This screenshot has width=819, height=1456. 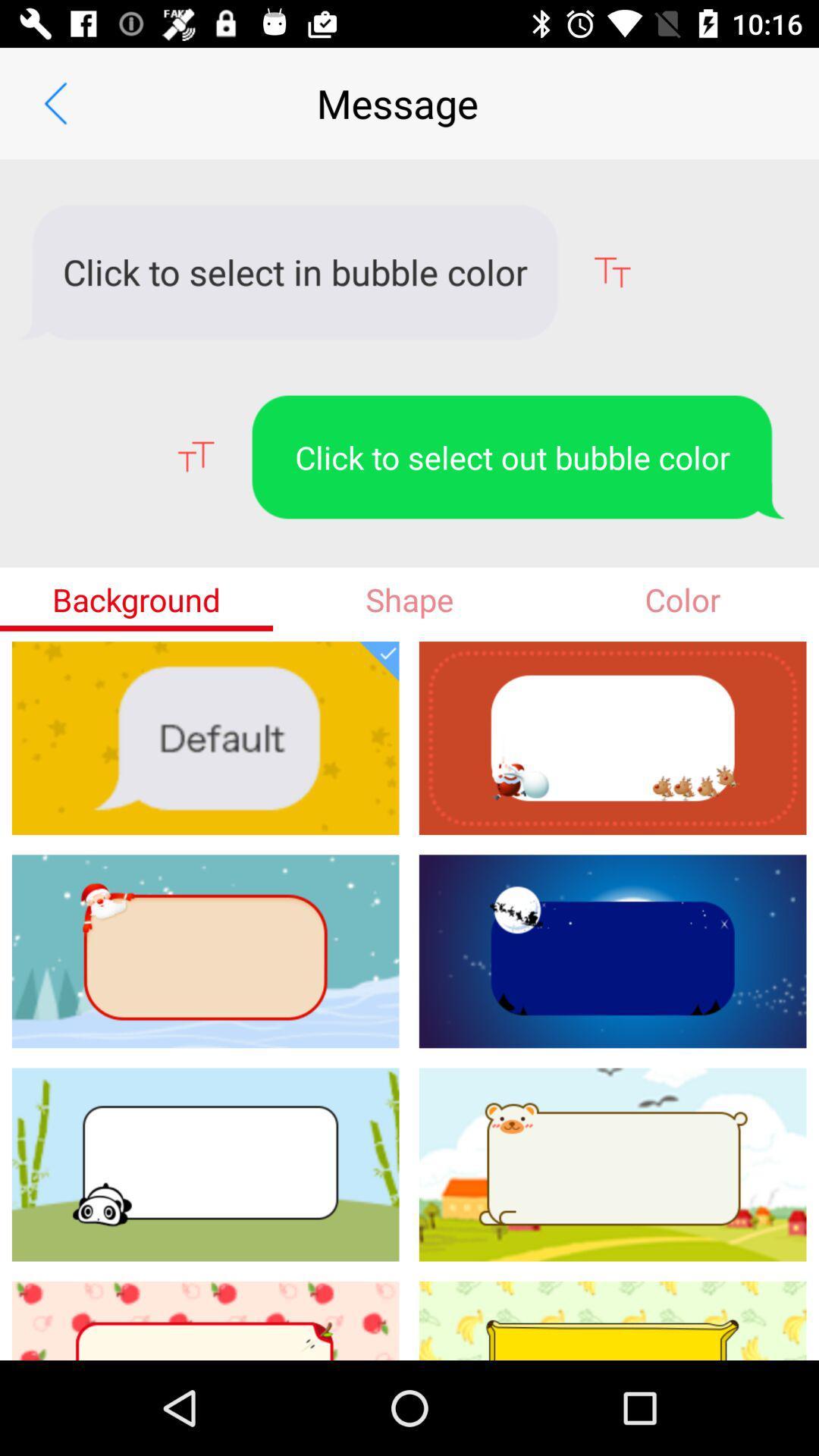 What do you see at coordinates (55, 102) in the screenshot?
I see `item above the click to select icon` at bounding box center [55, 102].